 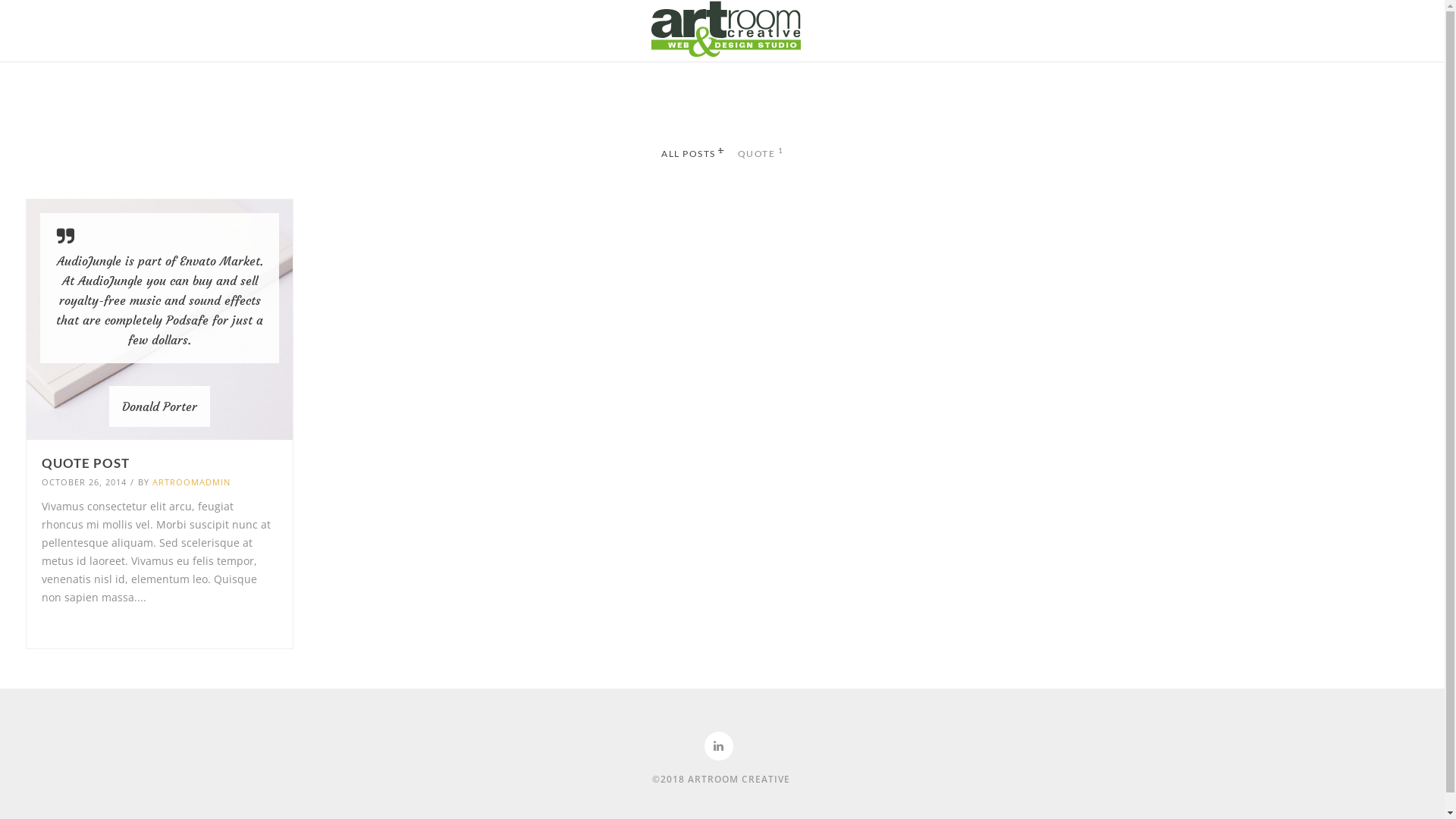 I want to click on 'ALL POSTS 1', so click(x=692, y=154).